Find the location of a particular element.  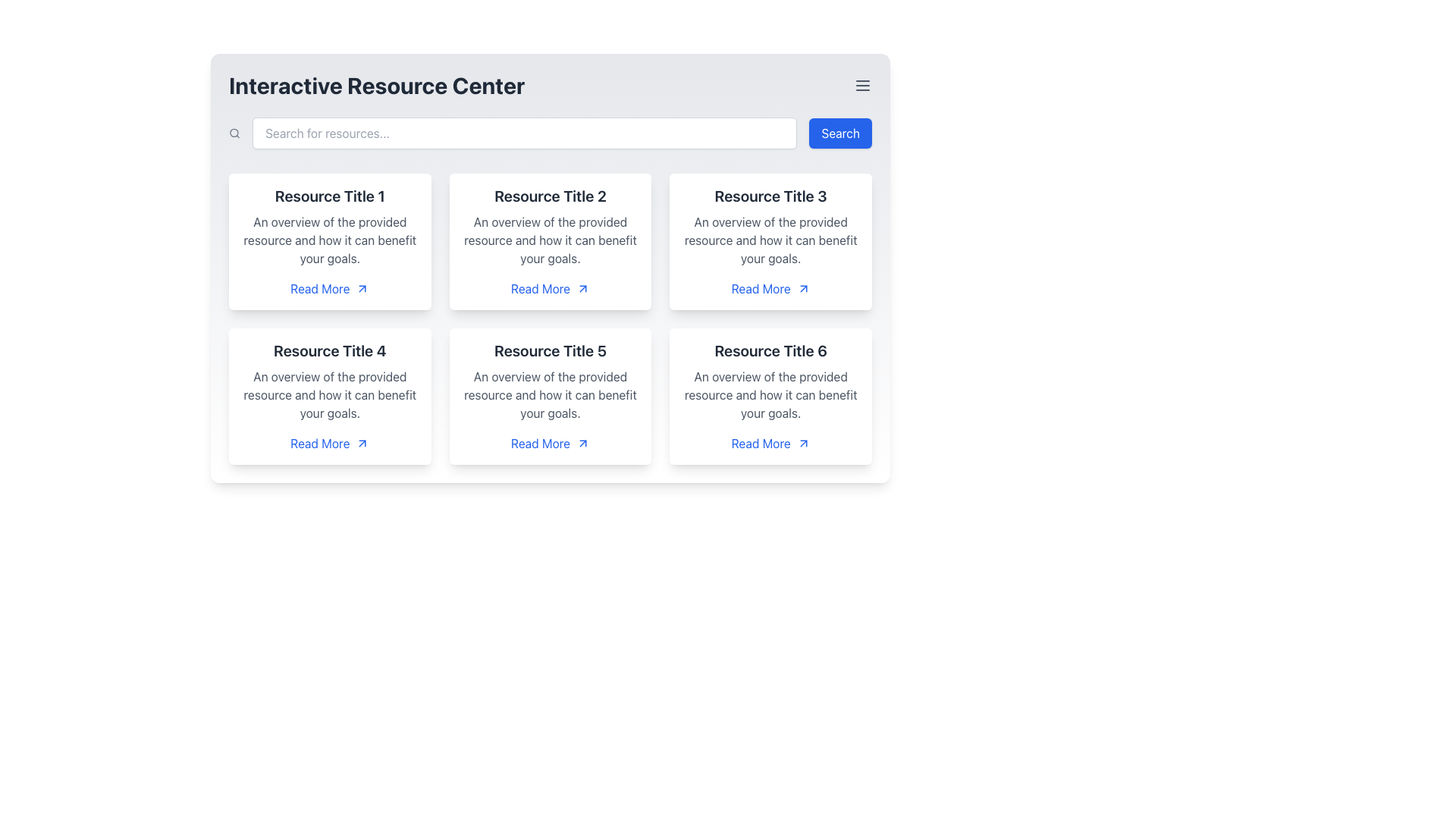

the title text label within the resource card located in the top row, second column of the grid layout is located at coordinates (549, 195).